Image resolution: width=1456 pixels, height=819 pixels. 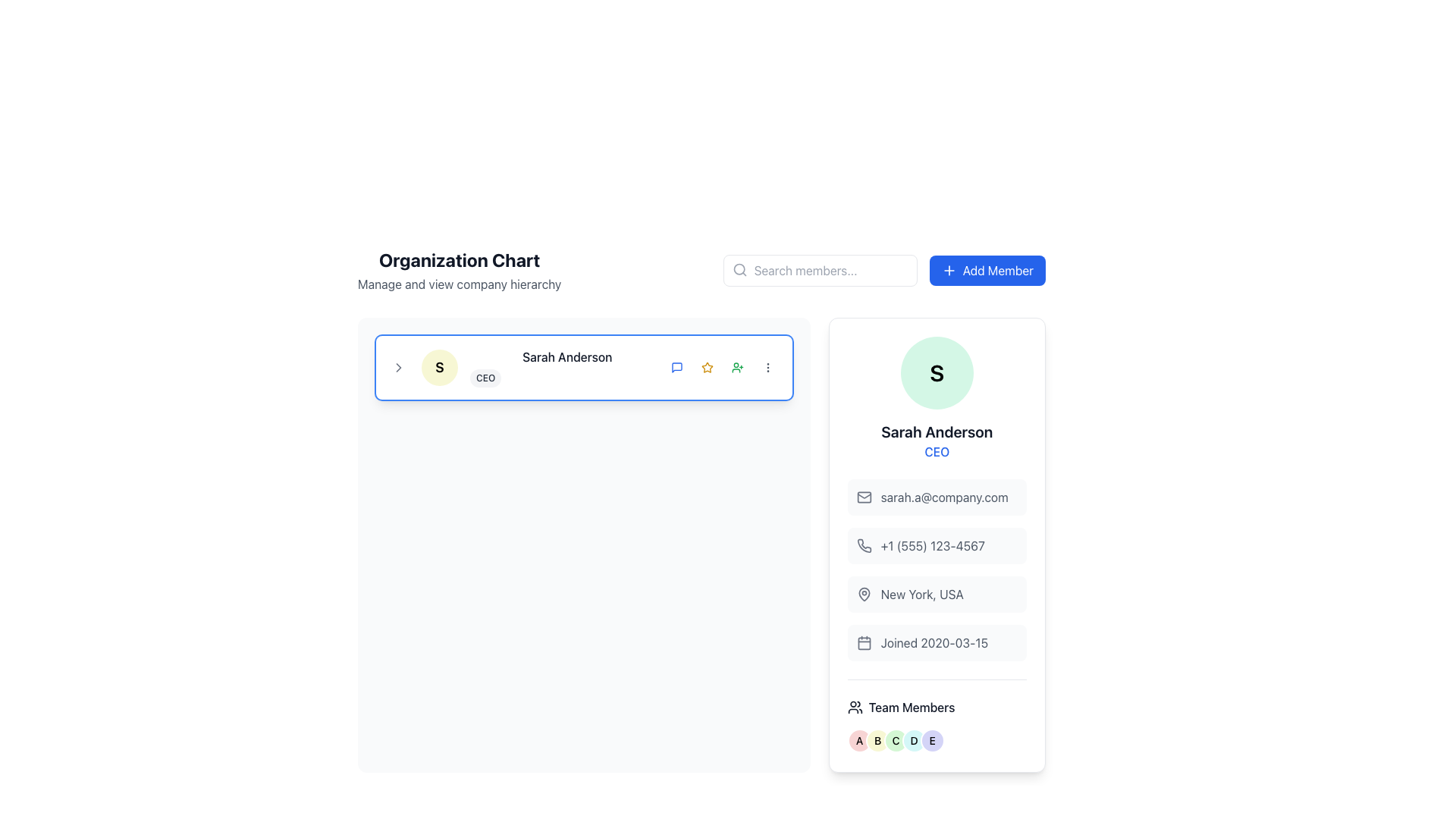 I want to click on the circular indicator labeled 'C' with a green background and white border, located in the 'Team Members' section of the user profile, so click(x=896, y=739).